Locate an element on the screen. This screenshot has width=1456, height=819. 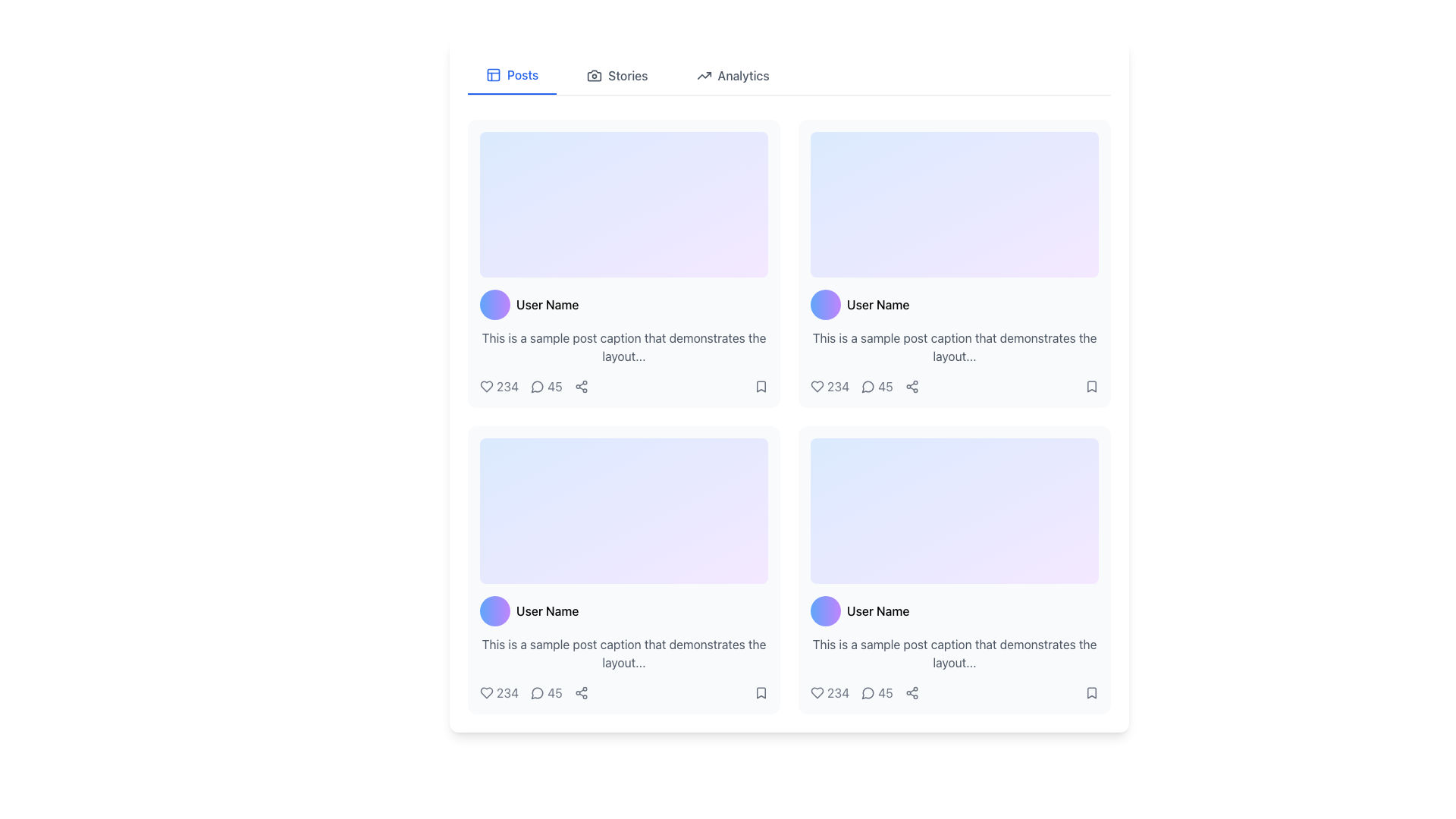
the circular speech bubble icon located in the lower section of the user post card is located at coordinates (538, 385).